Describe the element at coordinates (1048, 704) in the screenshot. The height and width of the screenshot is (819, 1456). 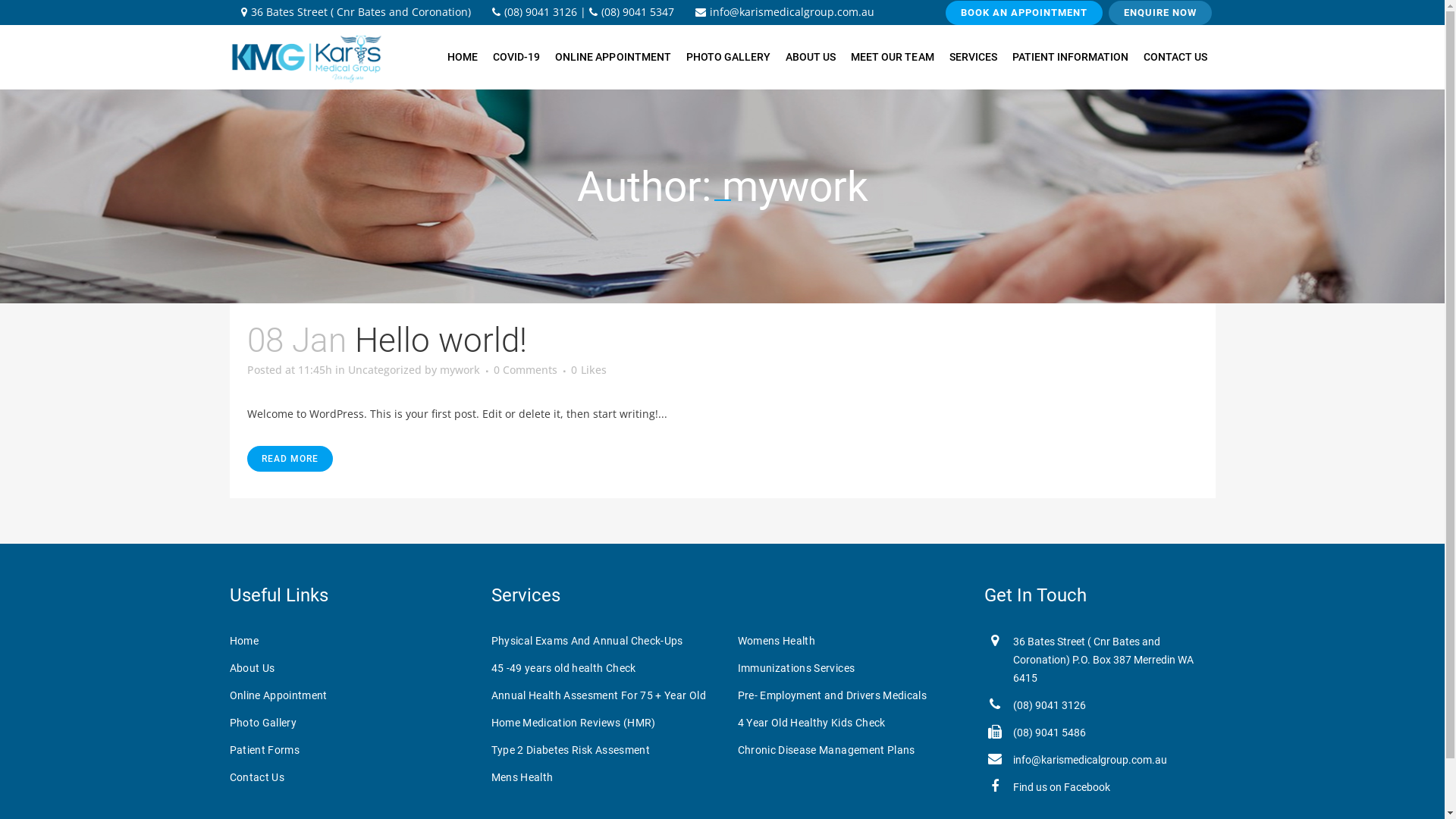
I see `'(08) 9041 3126'` at that location.